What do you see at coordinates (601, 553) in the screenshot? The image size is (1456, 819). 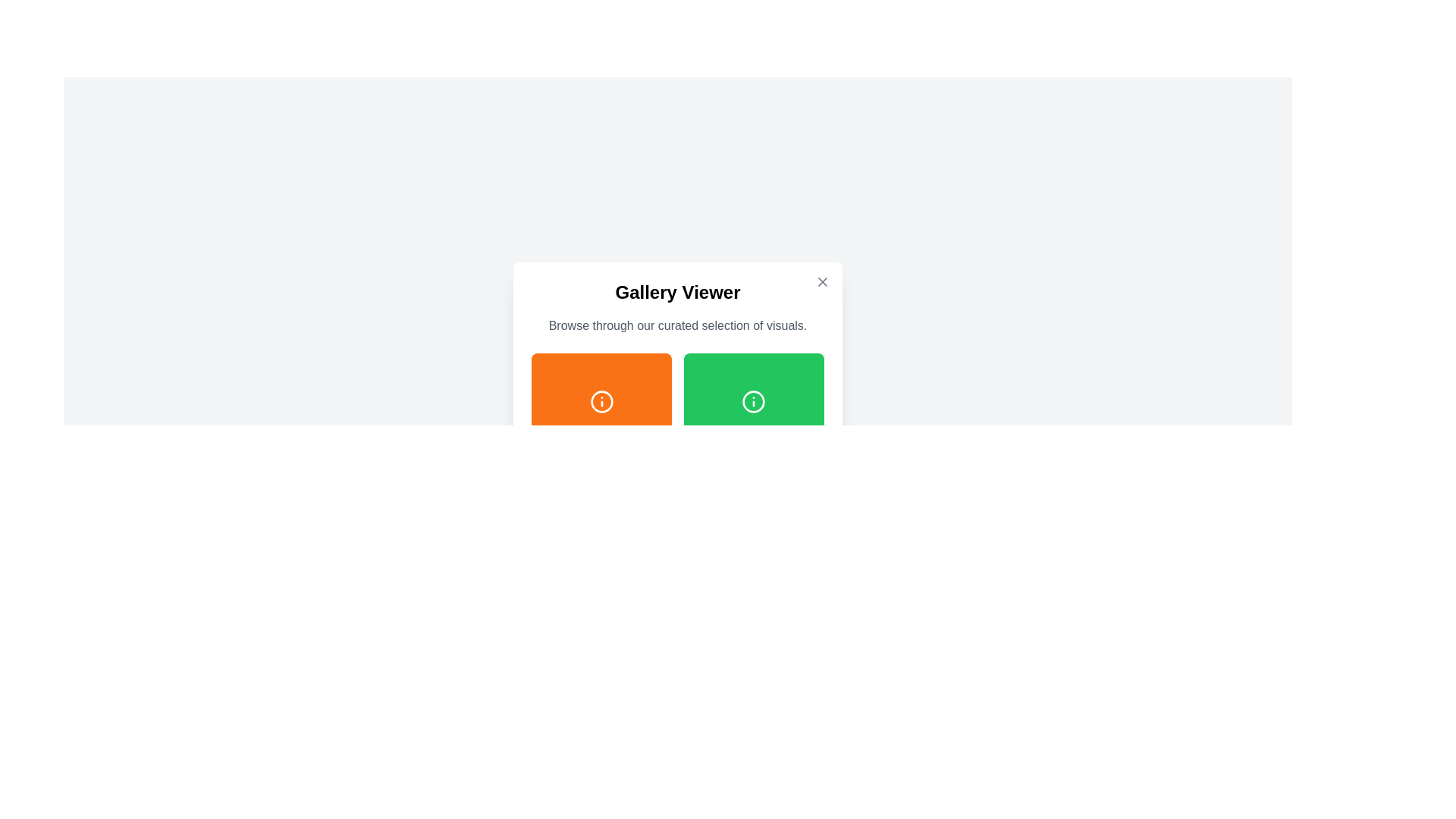 I see `the circular informational icon with a centered 'i' symbol` at bounding box center [601, 553].